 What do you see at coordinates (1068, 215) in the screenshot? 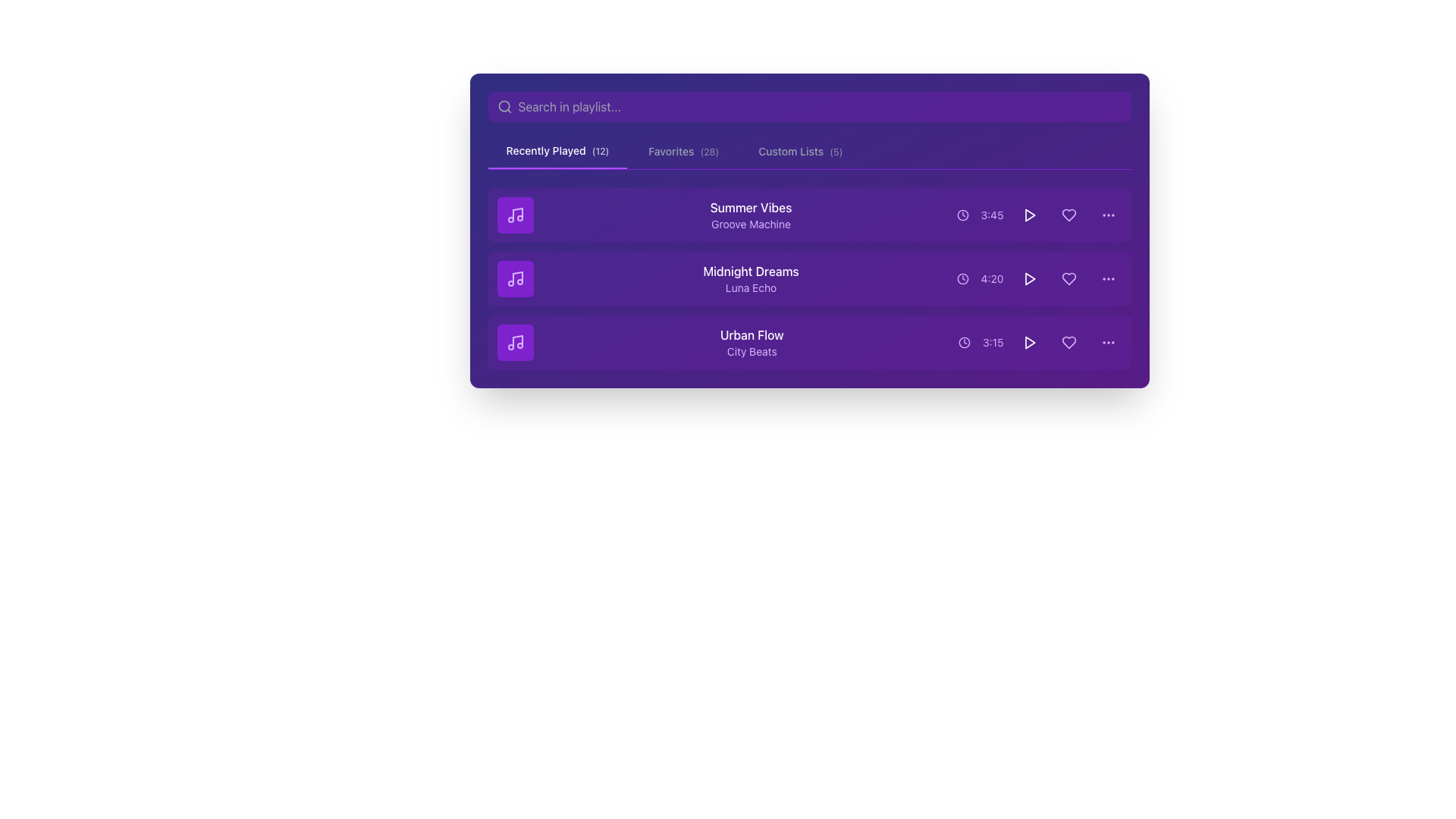
I see `the heart-shaped icon with a purple outline` at bounding box center [1068, 215].